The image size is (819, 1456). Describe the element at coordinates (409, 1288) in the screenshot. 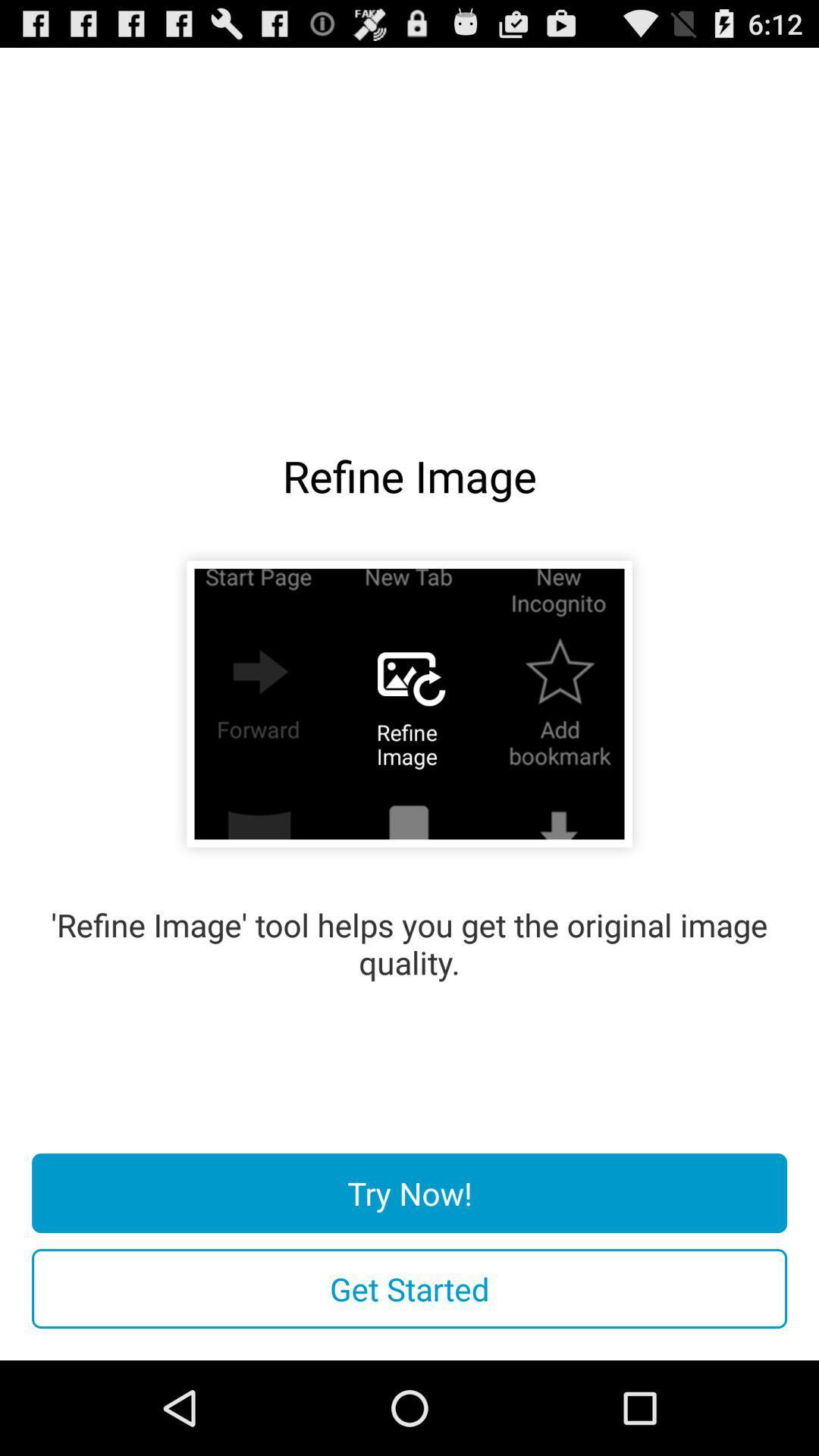

I see `get started button` at that location.